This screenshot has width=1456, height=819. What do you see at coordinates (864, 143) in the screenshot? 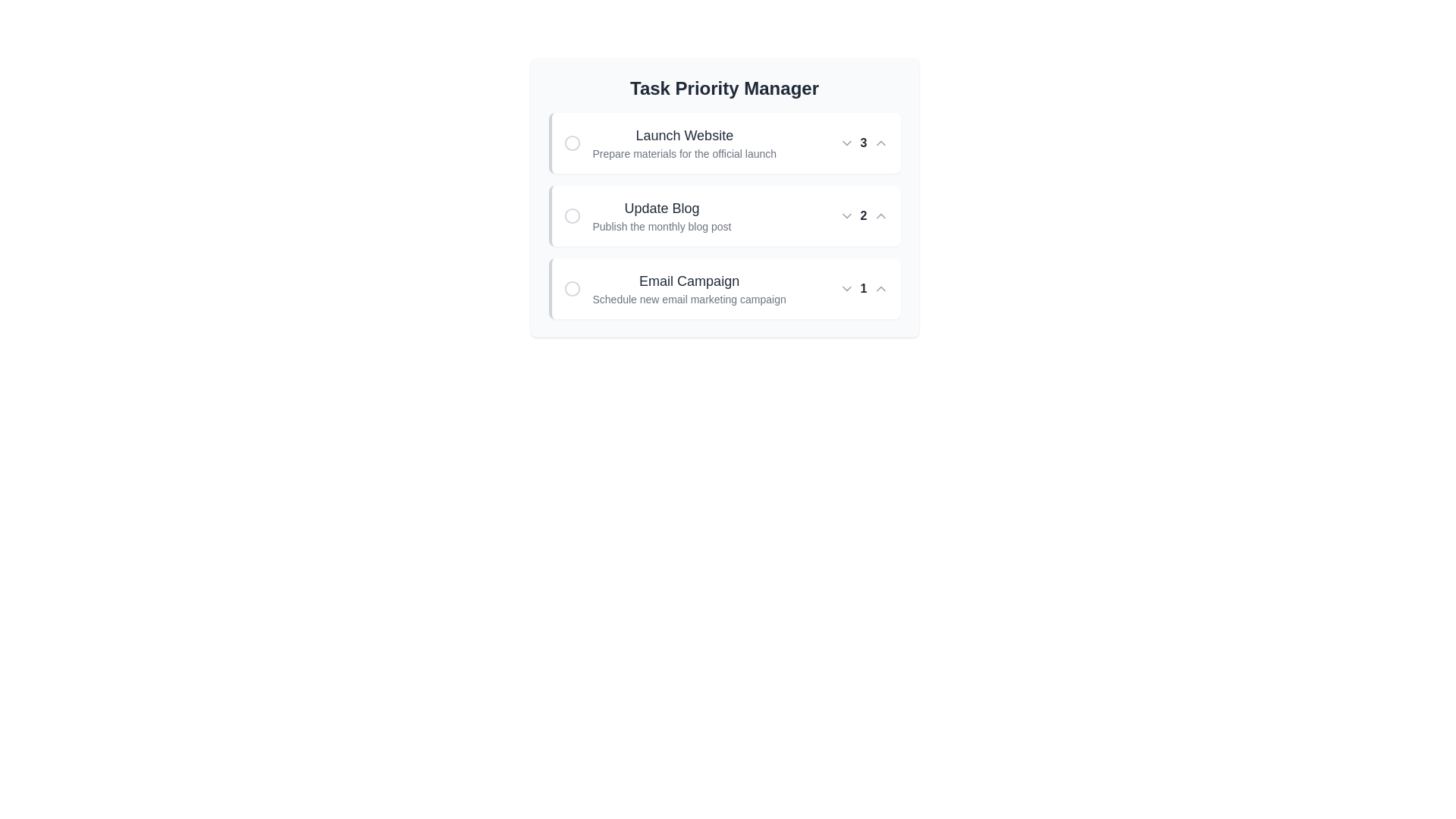
I see `the static text display indicating the task's priority level, which shows the value '3' and is located in the 'Launch Website' task row` at bounding box center [864, 143].